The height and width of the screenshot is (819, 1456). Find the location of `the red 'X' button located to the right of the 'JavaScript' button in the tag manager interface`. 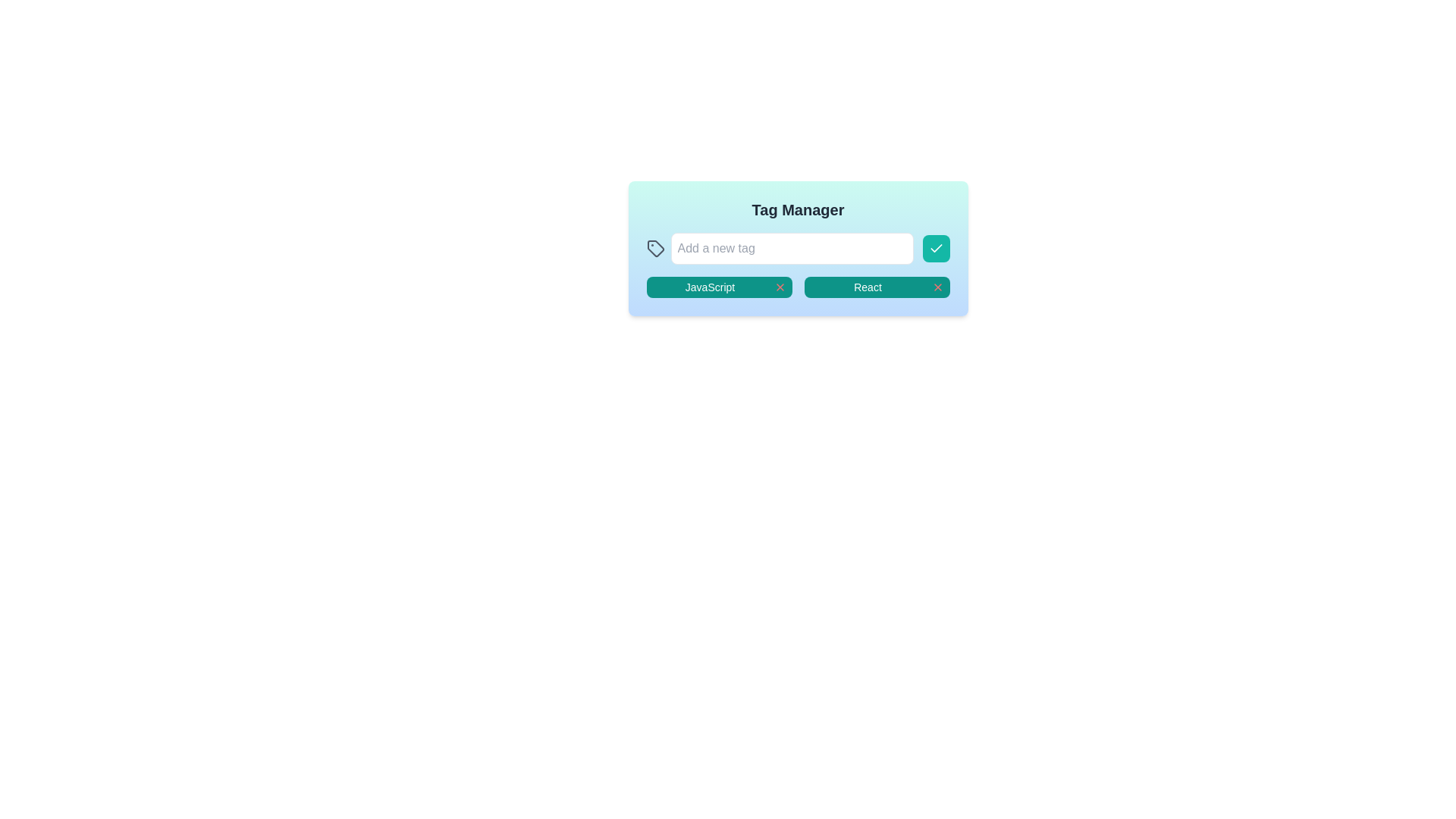

the red 'X' button located to the right of the 'JavaScript' button in the tag manager interface is located at coordinates (780, 287).